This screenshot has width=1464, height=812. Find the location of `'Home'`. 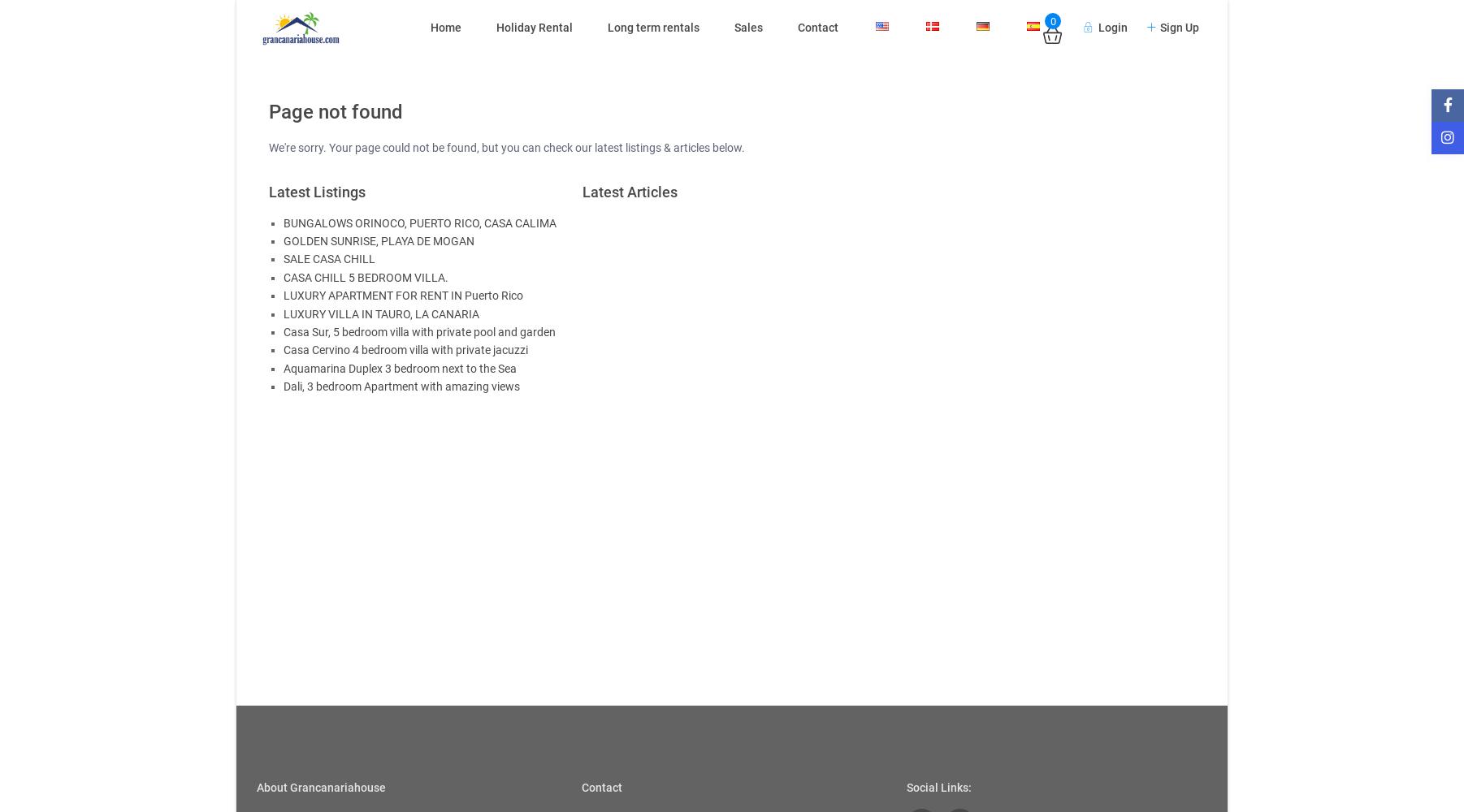

'Home' is located at coordinates (444, 28).